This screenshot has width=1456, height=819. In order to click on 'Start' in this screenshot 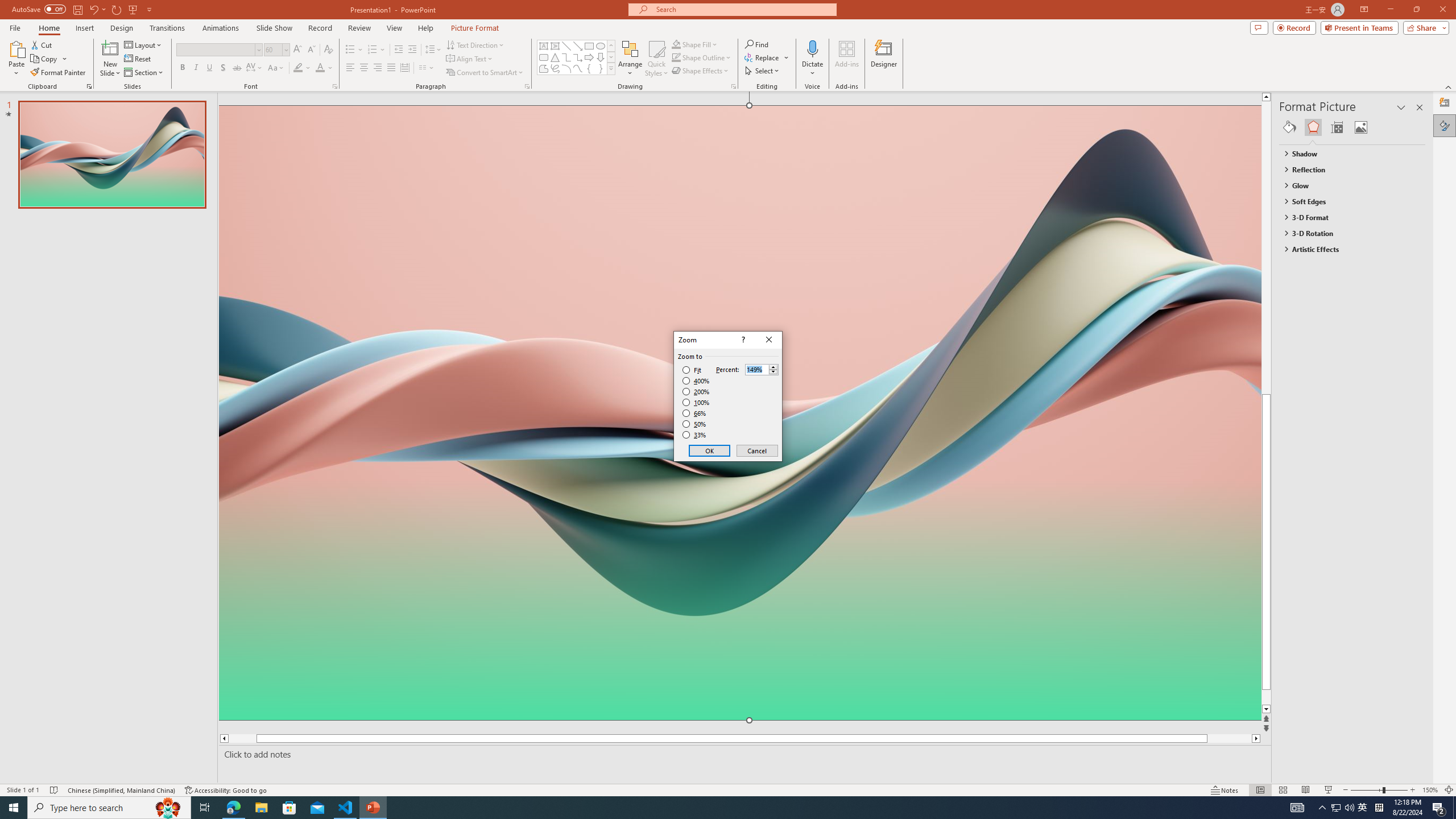, I will do `click(14, 806)`.